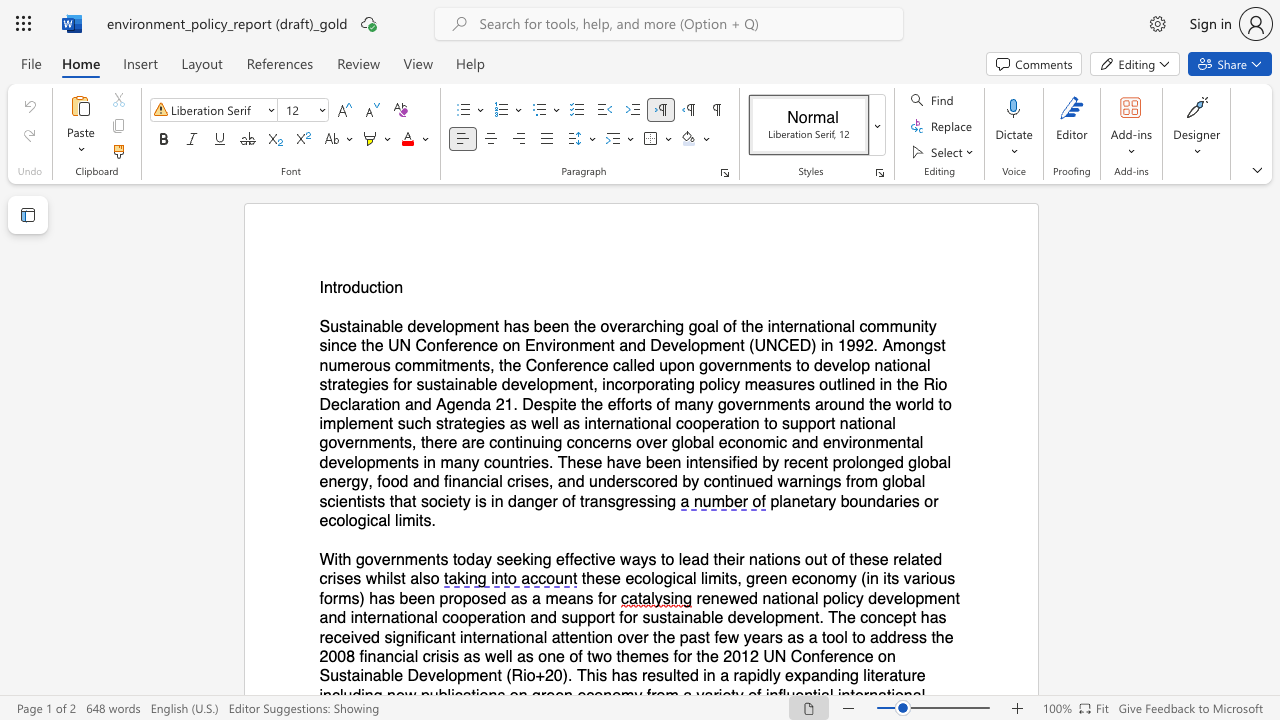 This screenshot has height=720, width=1280. Describe the element at coordinates (600, 422) in the screenshot. I see `the subset text "ernational cooperation to support national governments, there are continuing concerns over global economic and e" within the text "commitments, the Conference called upon governments to develop national strategies for sustainable development, incorporating policy measures outlined in the Rio Declaration and Agenda 21. Despite the efforts of many governments around the world to implement such strategies as well as international cooperation to support national governments, there are continuing concerns over global economic and environmental developments in many countries. These have been intensified by recent prolonged global energy,"` at that location.